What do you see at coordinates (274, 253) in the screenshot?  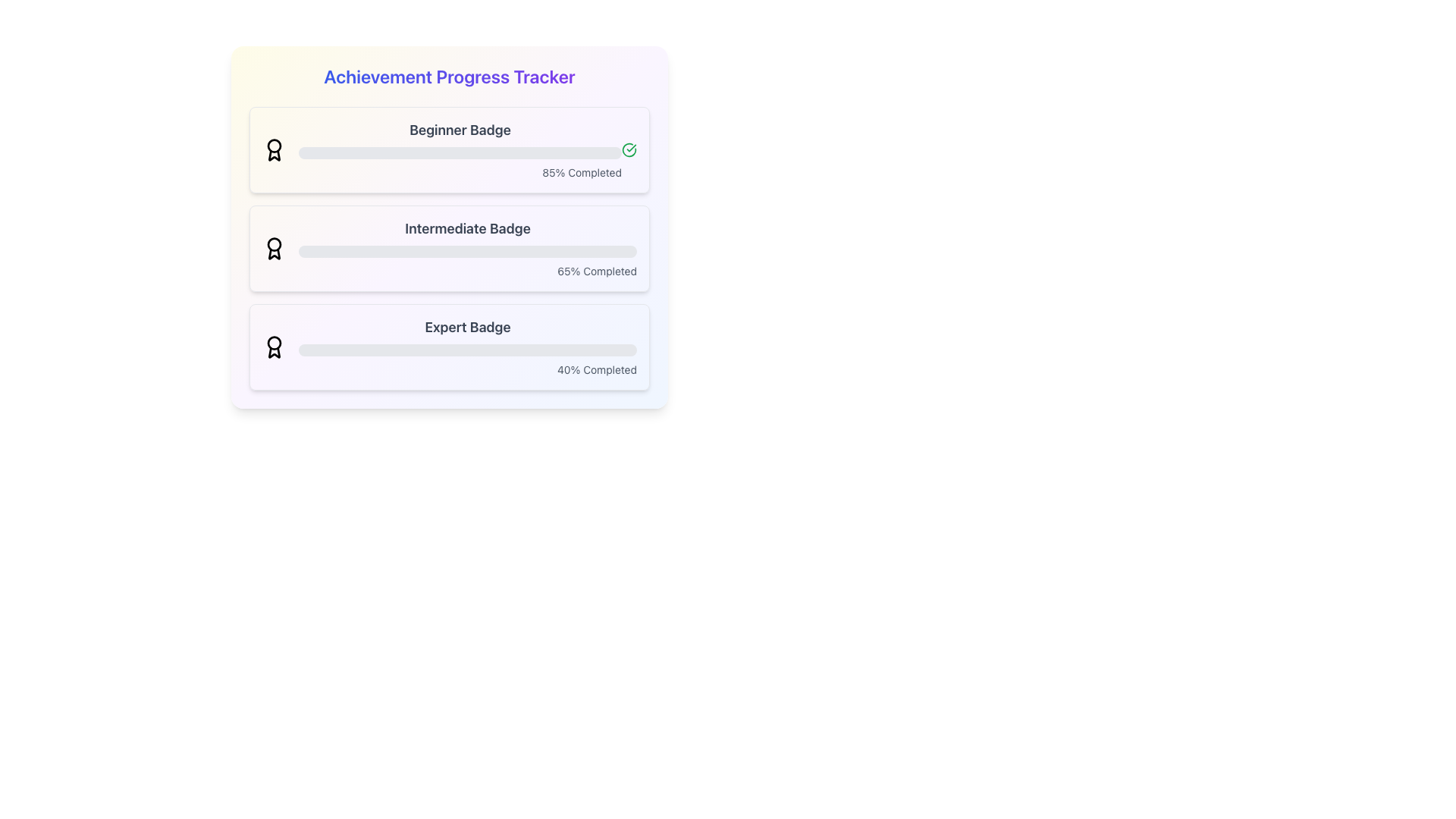 I see `the decorative Graphic icon representing the 'Intermediate Badge' achievement progress located in the second card section near the left edge of the card` at bounding box center [274, 253].